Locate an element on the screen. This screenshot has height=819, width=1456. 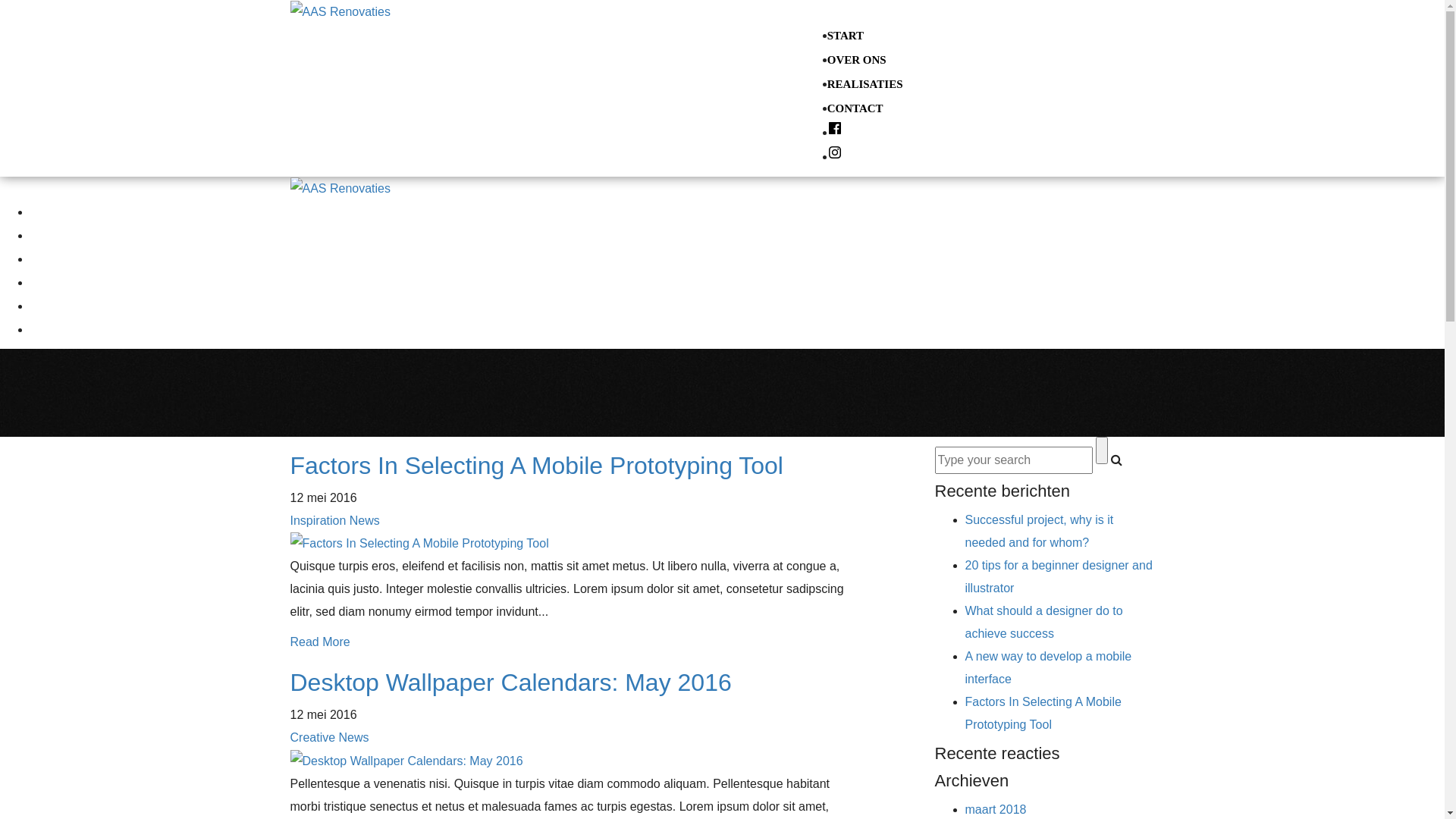
'Realisaties' is located at coordinates (55, 257).